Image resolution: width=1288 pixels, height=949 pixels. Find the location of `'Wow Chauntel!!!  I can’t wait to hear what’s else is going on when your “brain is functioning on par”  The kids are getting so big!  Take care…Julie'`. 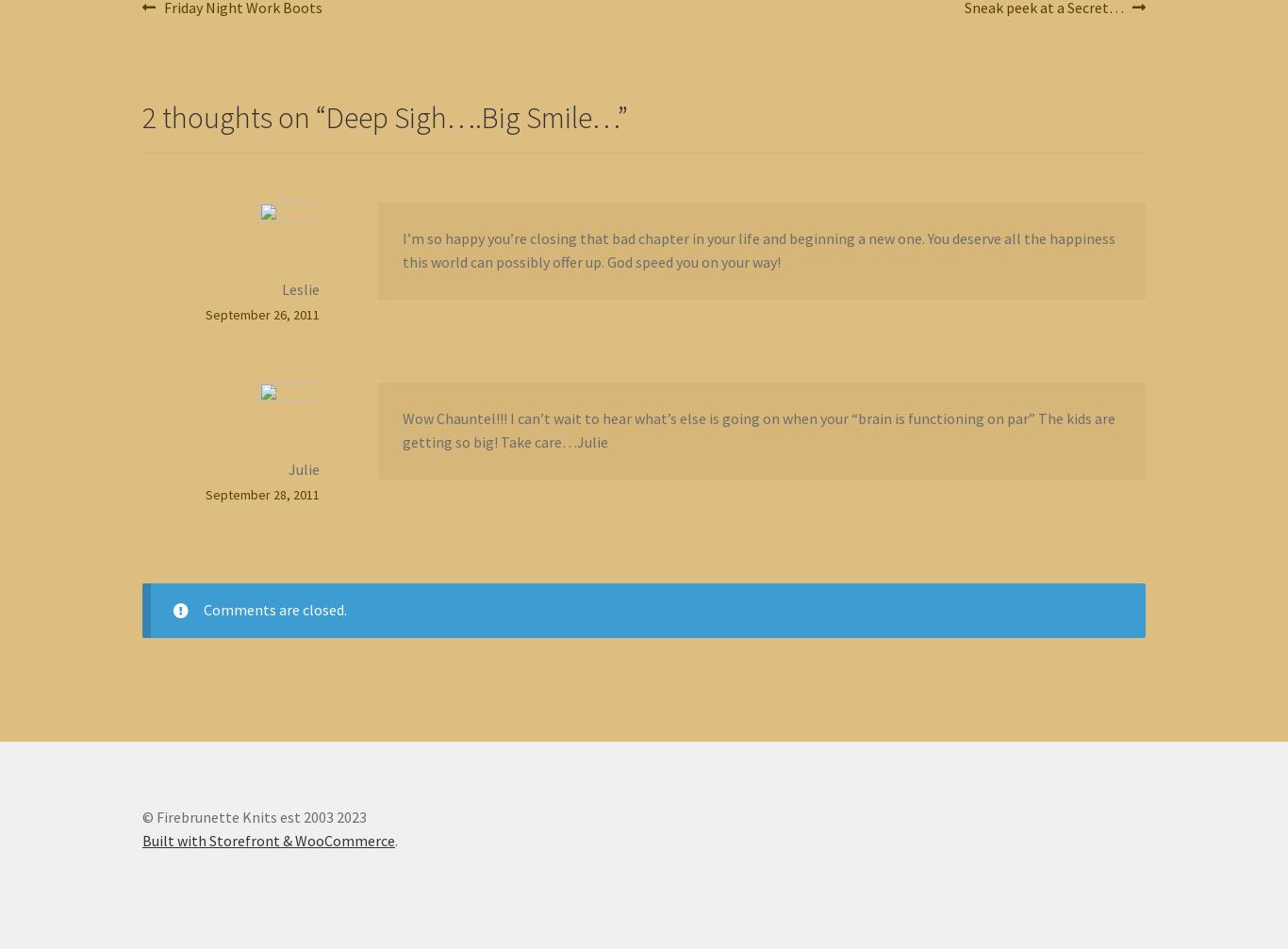

'Wow Chauntel!!!  I can’t wait to hear what’s else is going on when your “brain is functioning on par”  The kids are getting so big!  Take care…Julie' is located at coordinates (757, 429).